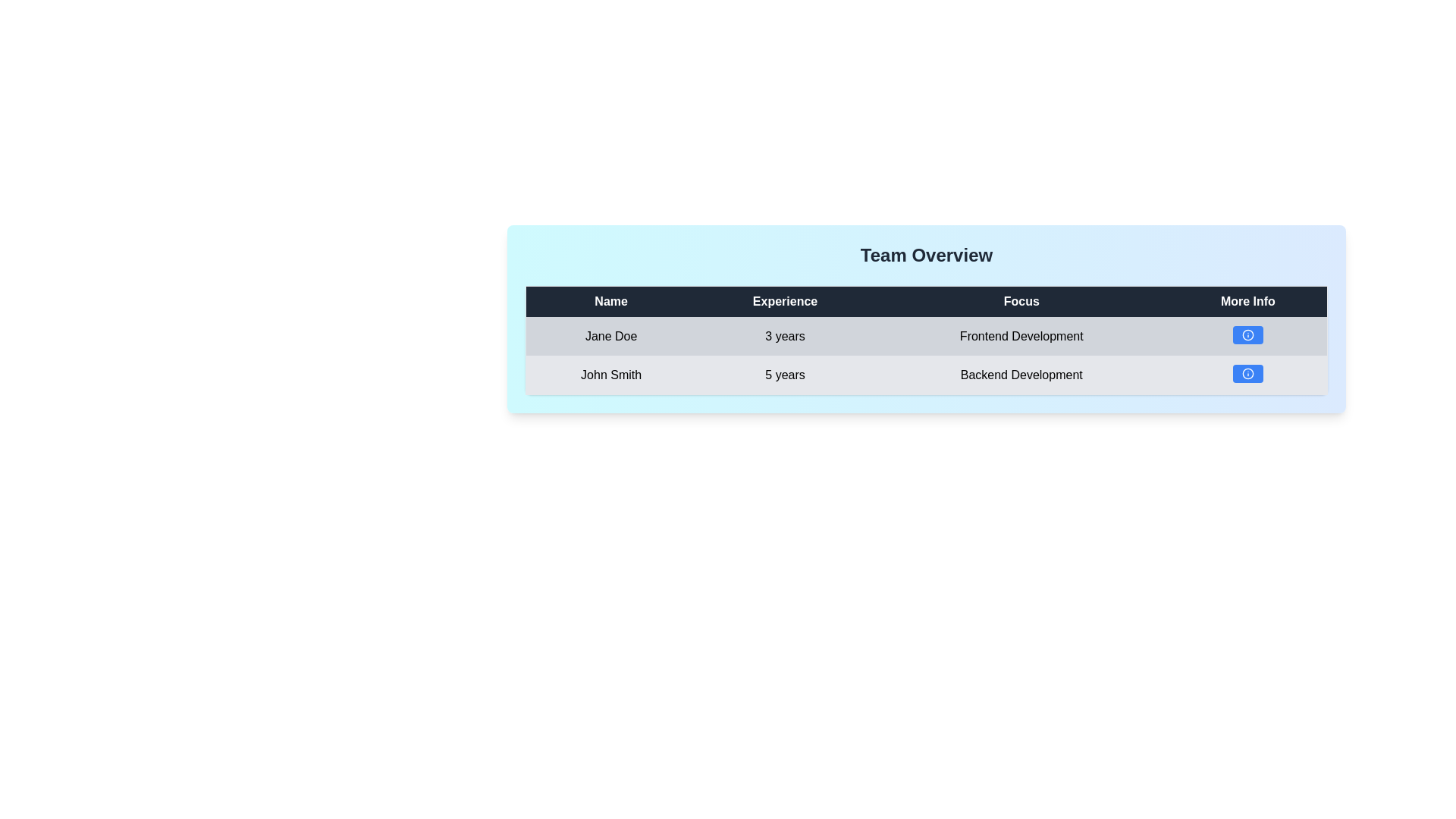 This screenshot has height=819, width=1456. I want to click on the static label text indicating the area of expertise associated with 'John Smith' in the 'Focus' column of the 'Team Overview' table, so click(1021, 375).